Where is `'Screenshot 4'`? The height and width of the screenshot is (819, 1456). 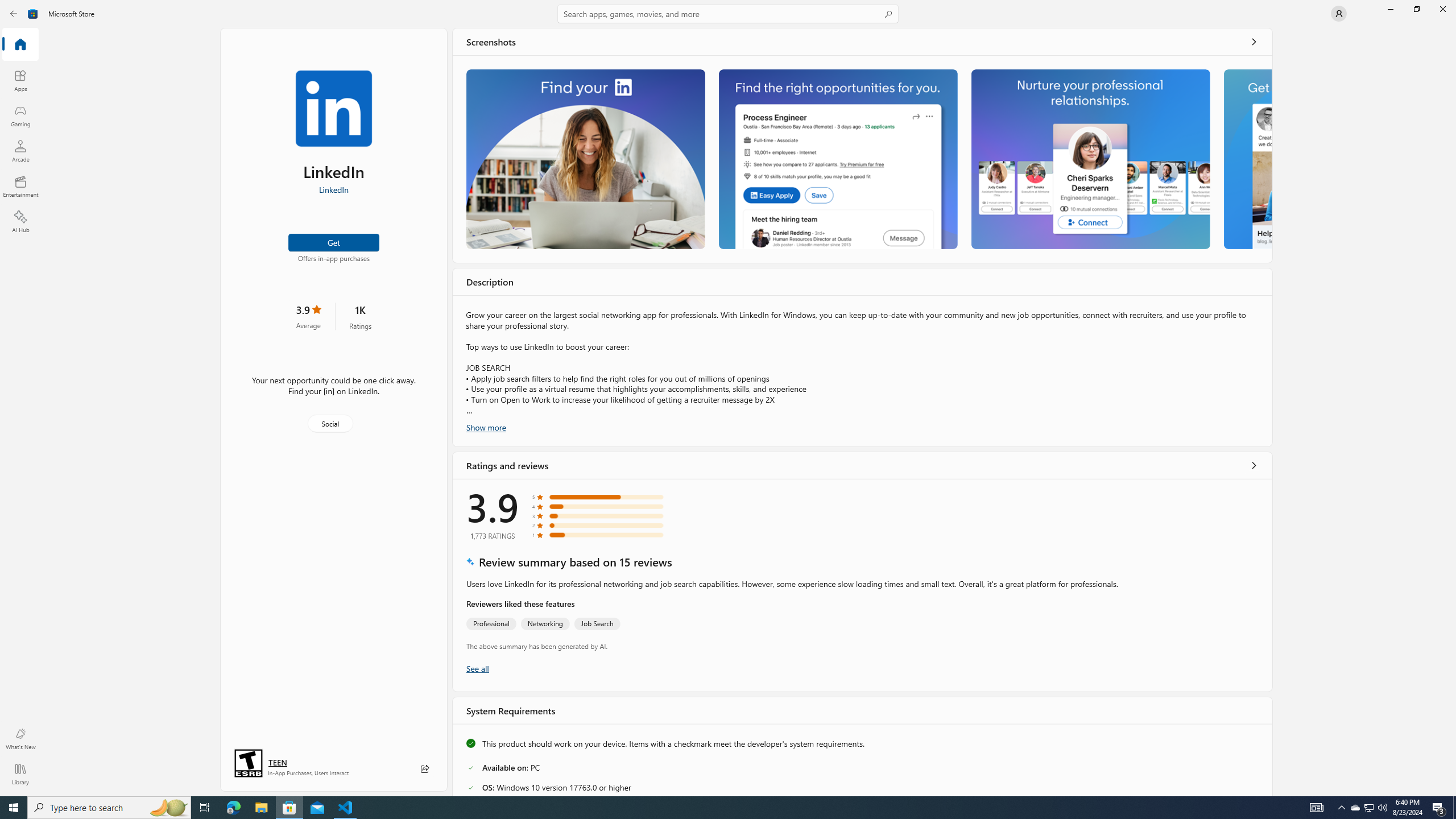
'Screenshot 4' is located at coordinates (1247, 159).